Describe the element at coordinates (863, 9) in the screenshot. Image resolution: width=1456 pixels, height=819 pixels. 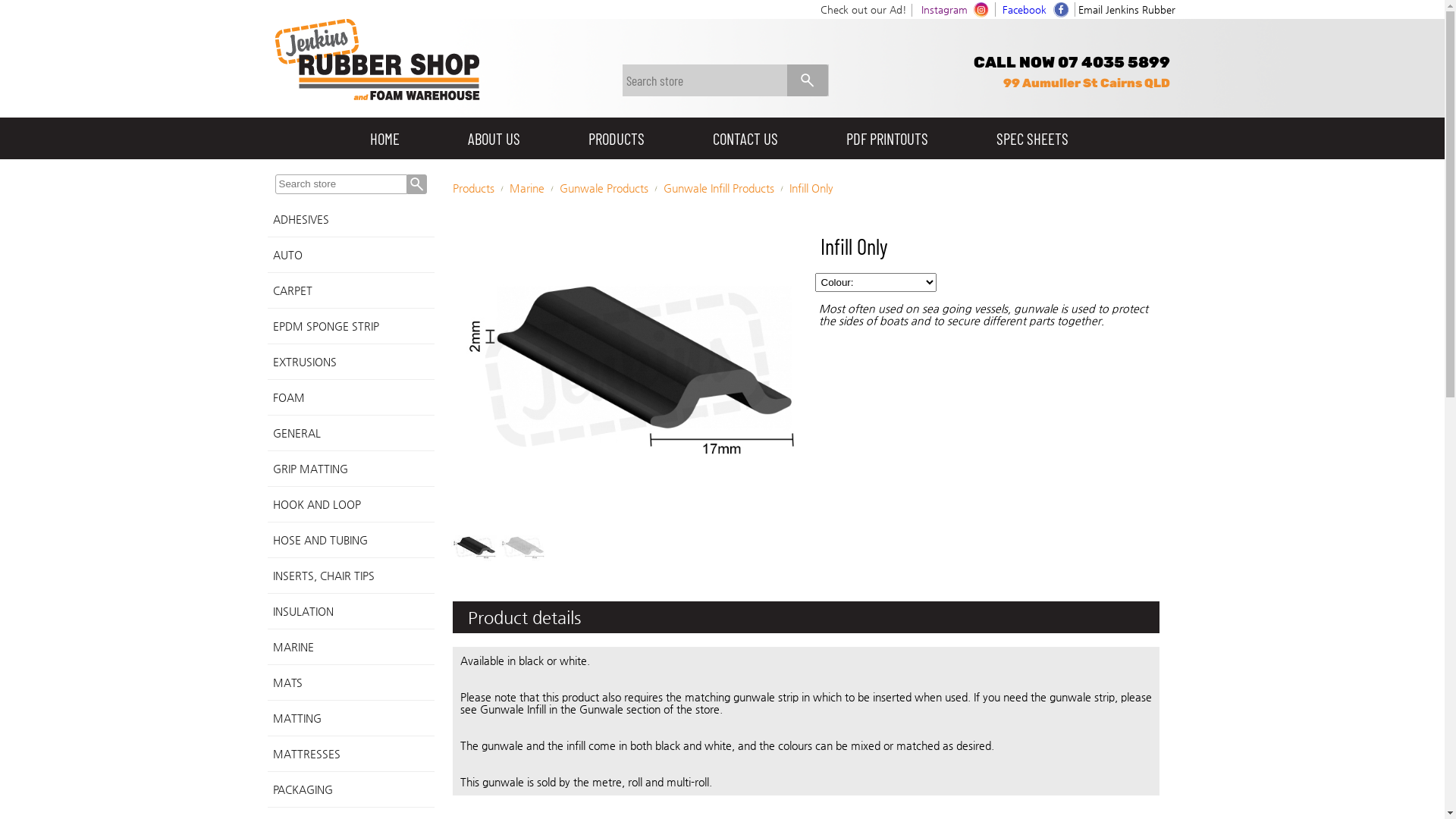
I see `'Check out our Ad!'` at that location.